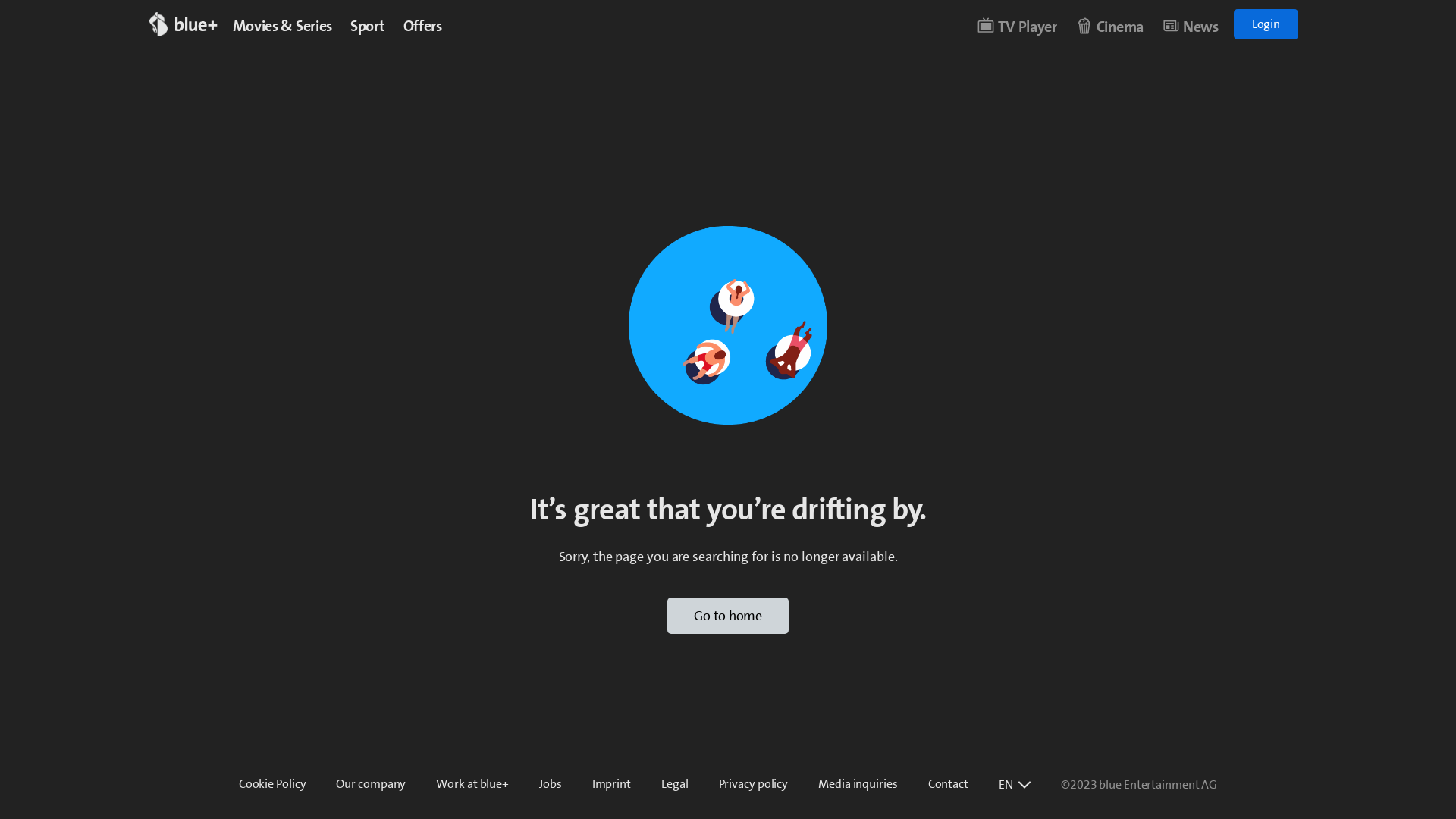 This screenshot has height=819, width=1456. I want to click on 'Login', so click(1234, 24).